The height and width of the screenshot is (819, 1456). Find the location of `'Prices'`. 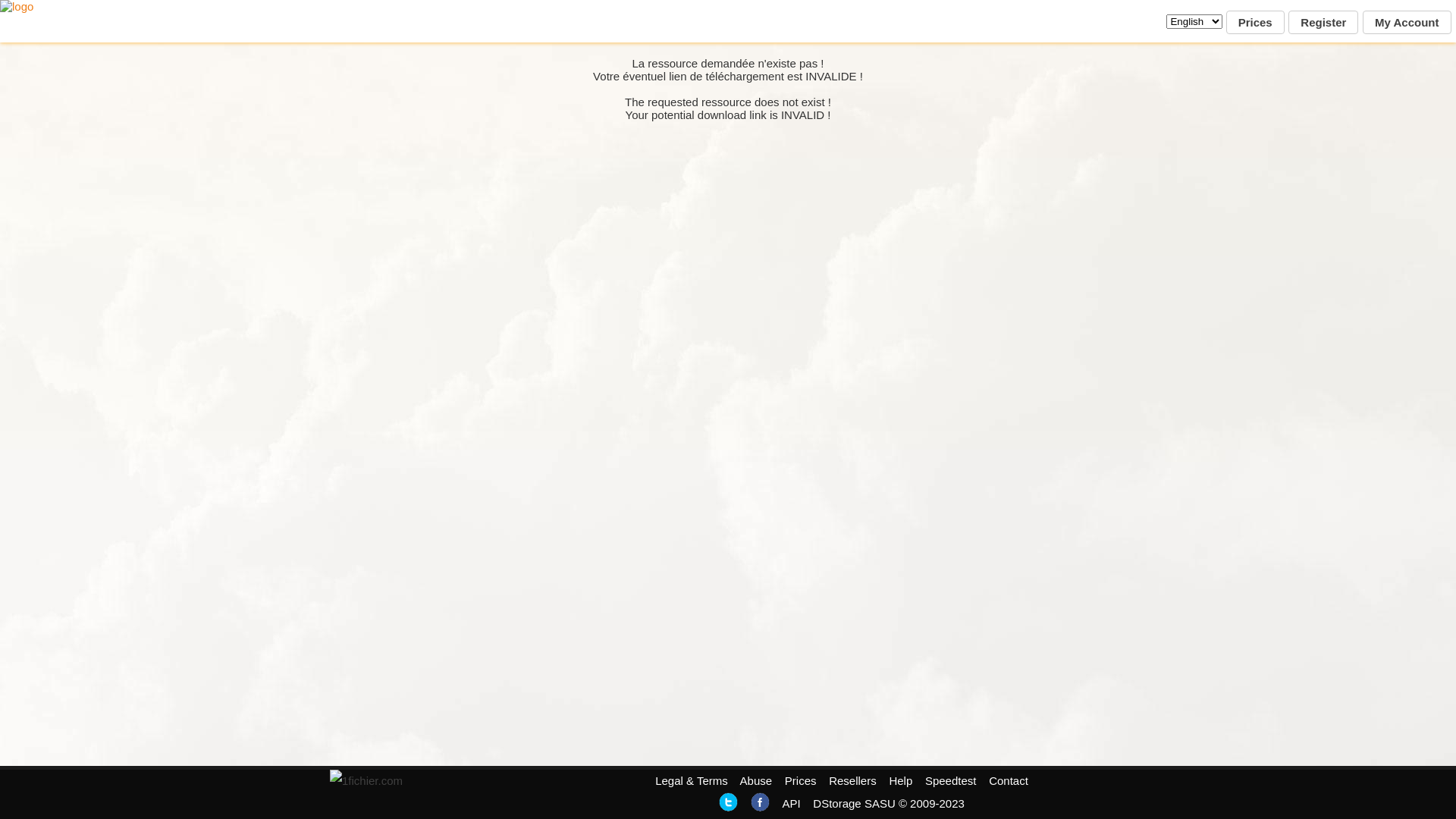

'Prices' is located at coordinates (1255, 22).